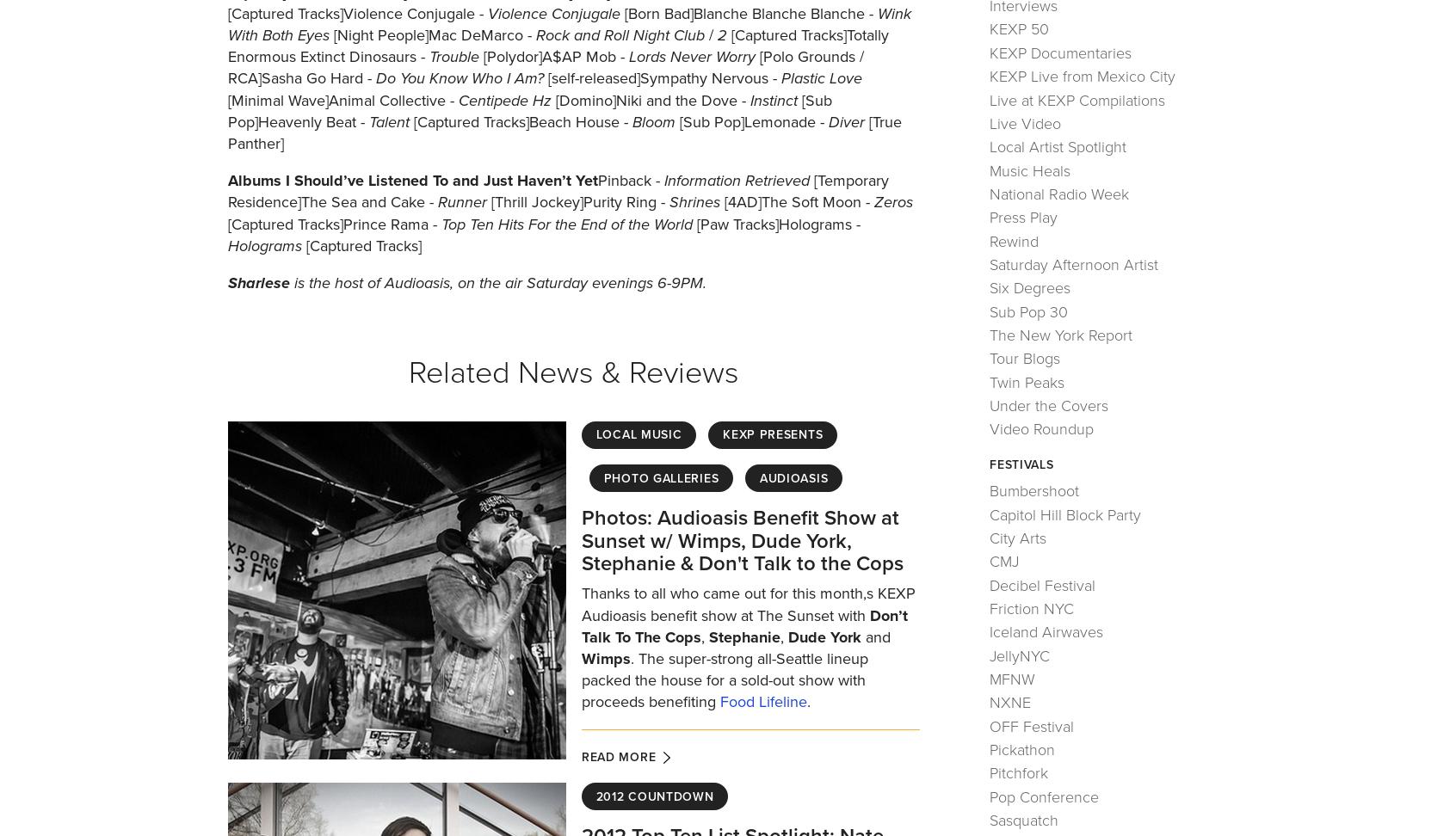 This screenshot has width=1456, height=836. I want to click on 'Pop Conference', so click(1044, 796).